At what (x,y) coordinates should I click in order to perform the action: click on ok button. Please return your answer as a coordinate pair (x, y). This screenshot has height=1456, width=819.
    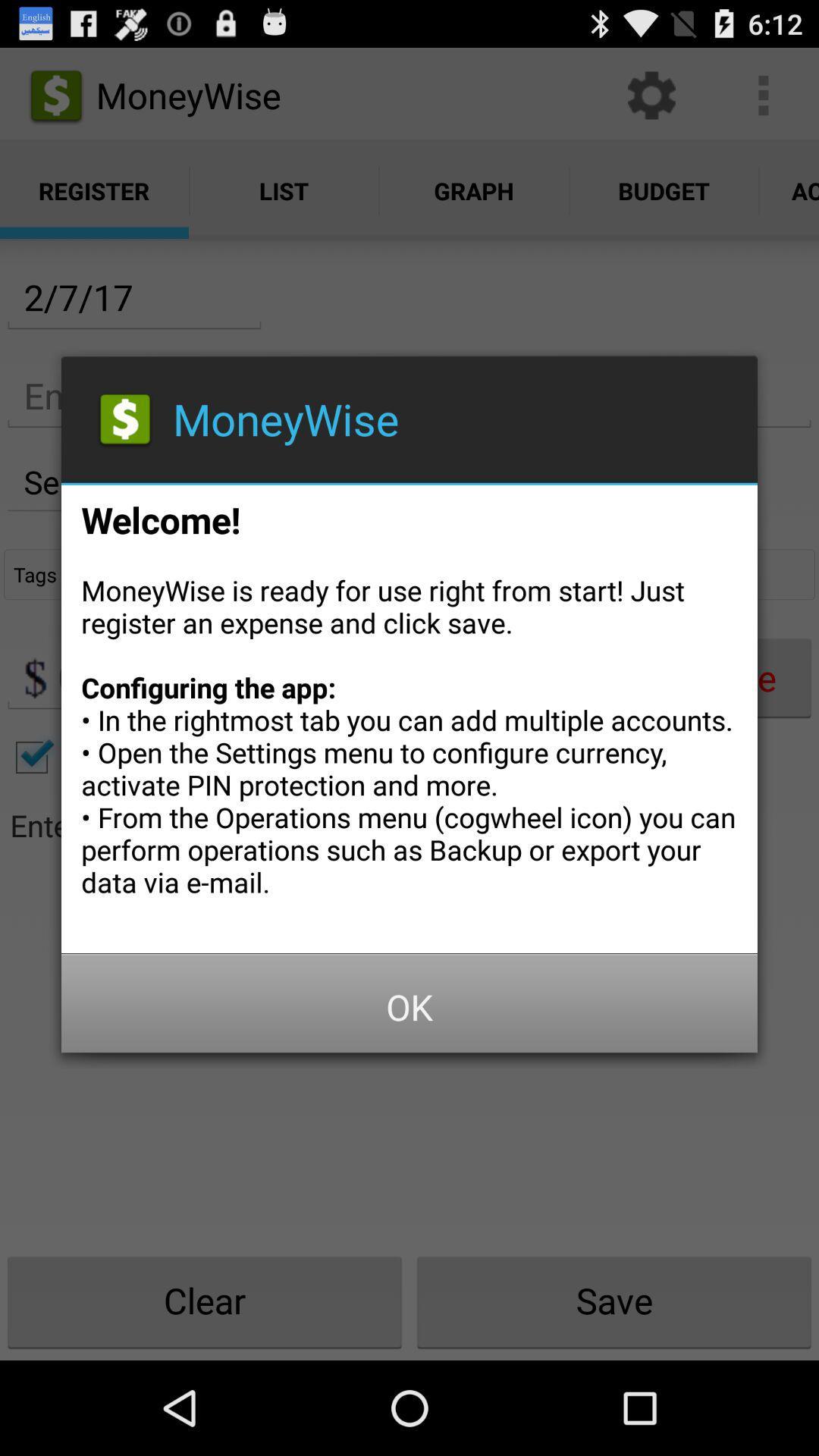
    Looking at the image, I should click on (409, 1007).